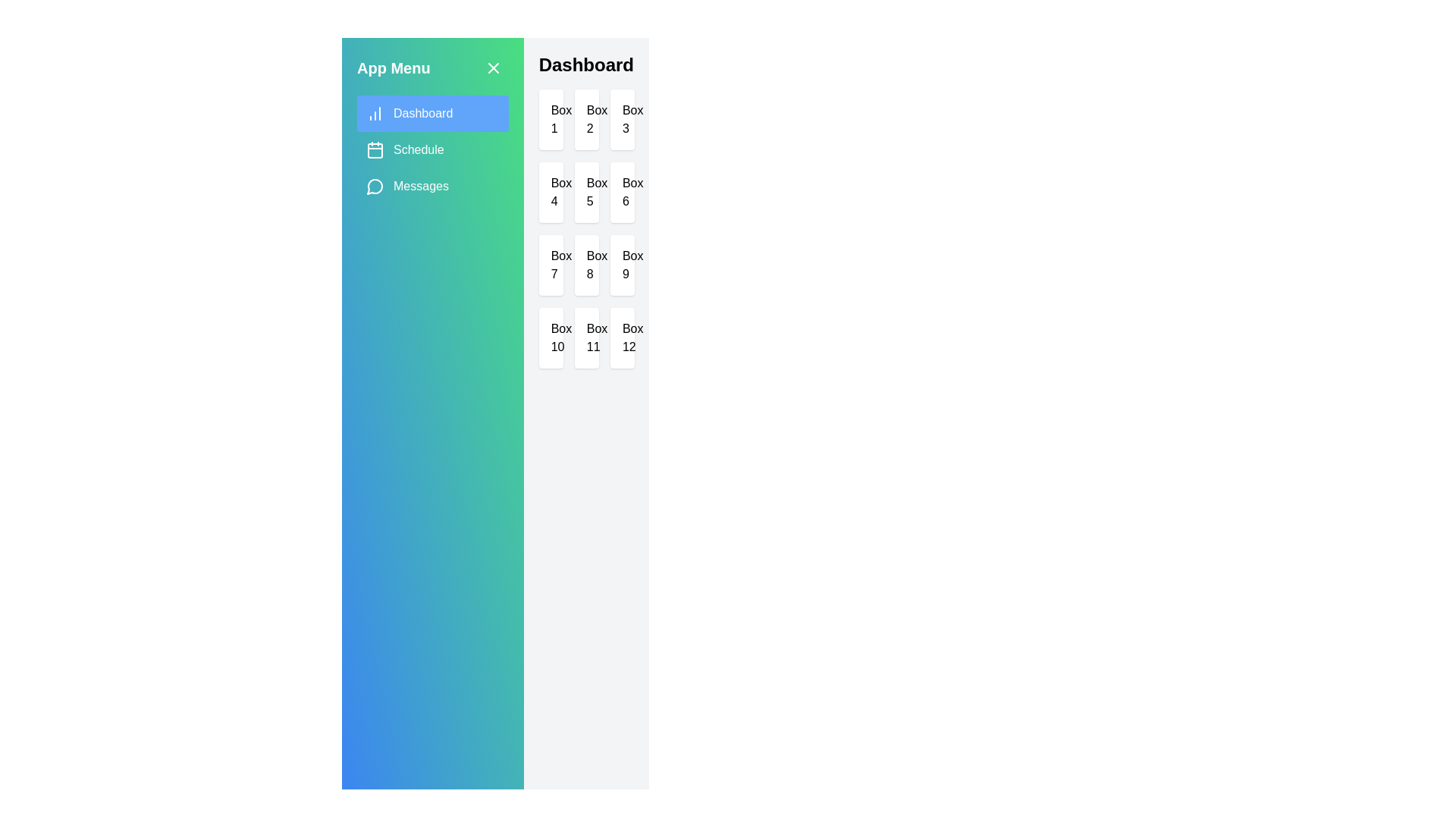 This screenshot has height=819, width=1456. Describe the element at coordinates (431, 149) in the screenshot. I see `the Schedule tab by clicking on its corresponding tab in the sidebar` at that location.